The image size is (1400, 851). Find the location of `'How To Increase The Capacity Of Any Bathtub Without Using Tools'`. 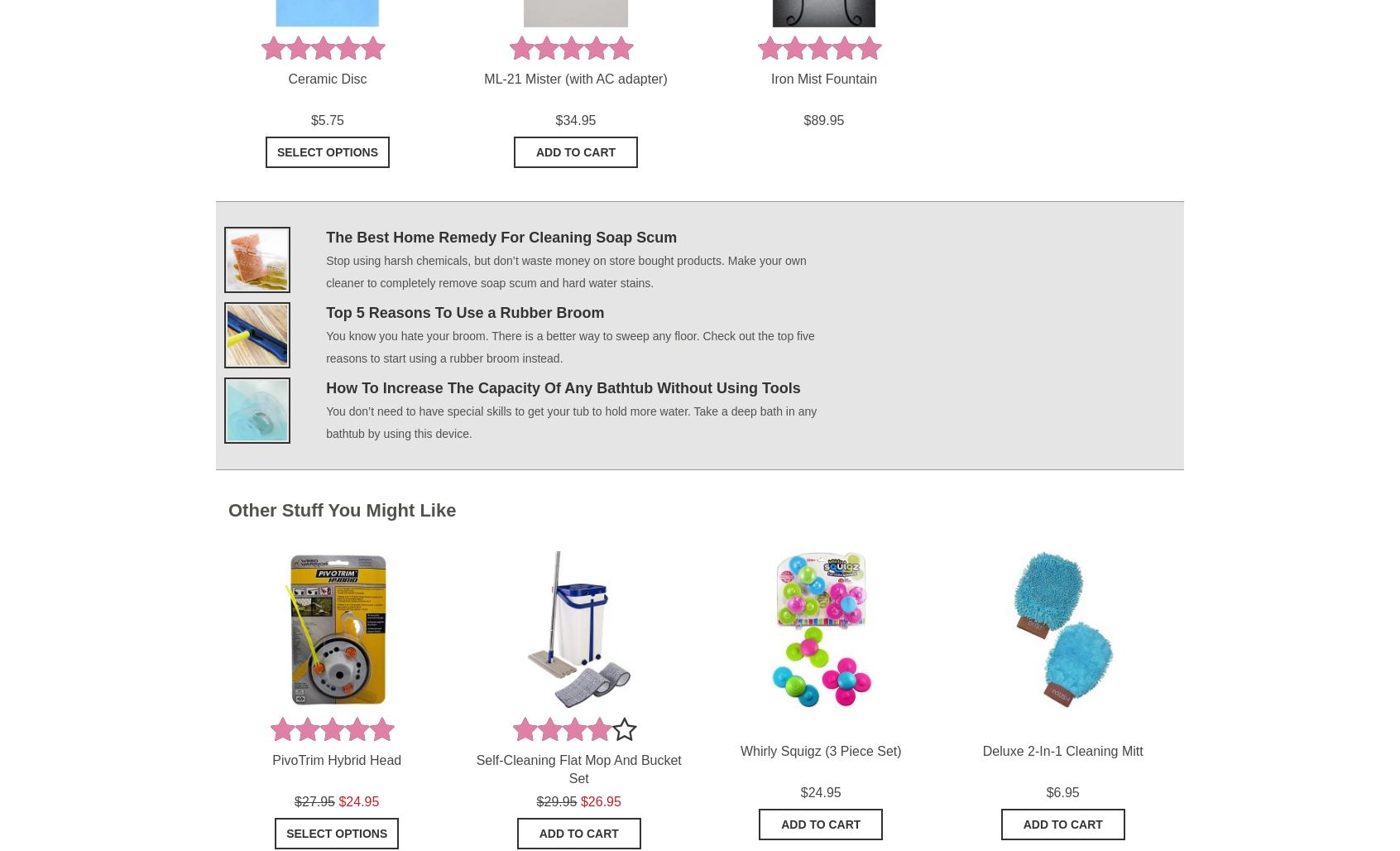

'How To Increase The Capacity Of Any Bathtub Without Using Tools' is located at coordinates (326, 387).